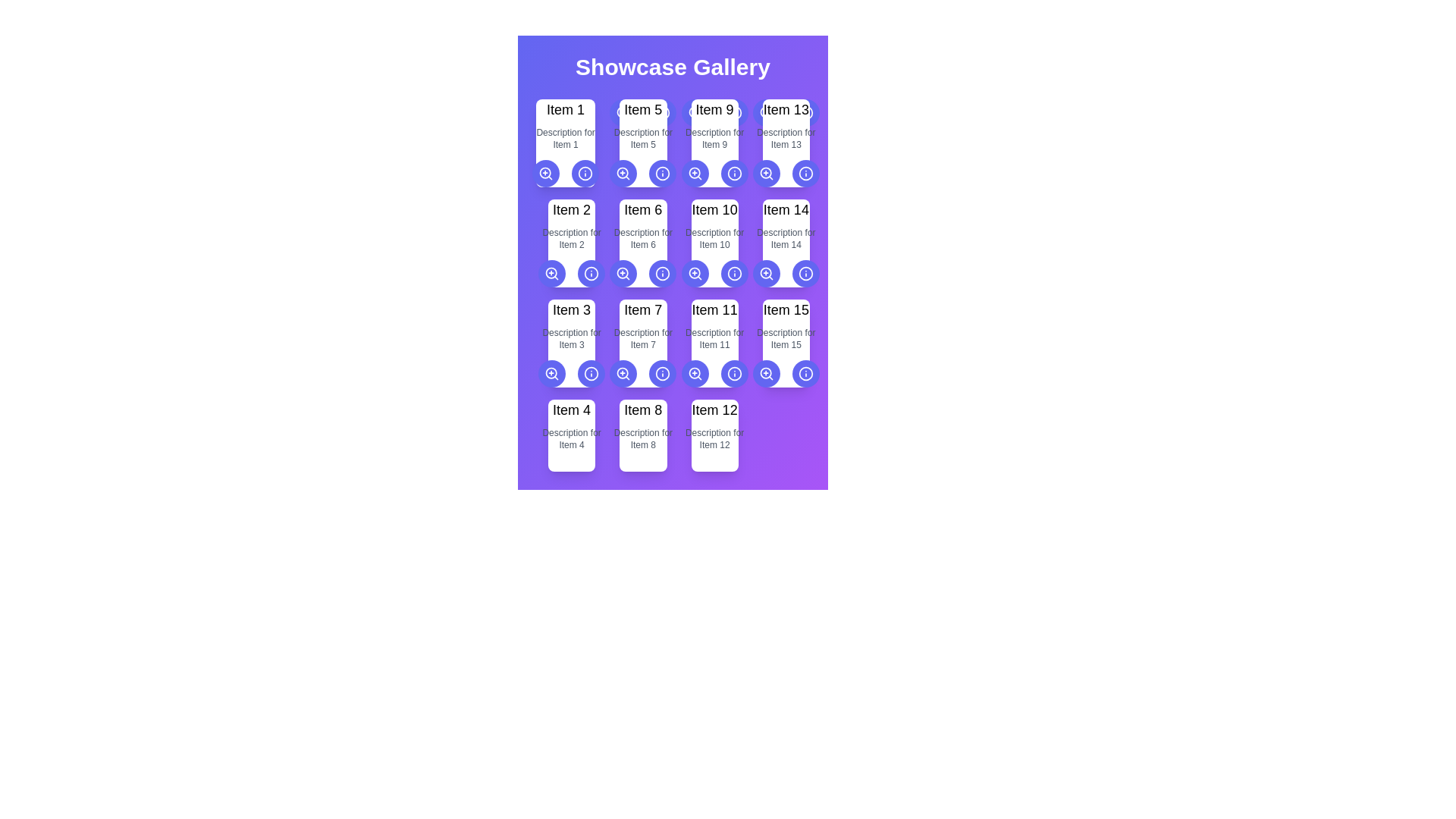 The height and width of the screenshot is (819, 1456). What do you see at coordinates (551, 373) in the screenshot?
I see `the circular shape representing the lens of the magnifying glass in the zoom-in icon located below the 'Item 3' card` at bounding box center [551, 373].